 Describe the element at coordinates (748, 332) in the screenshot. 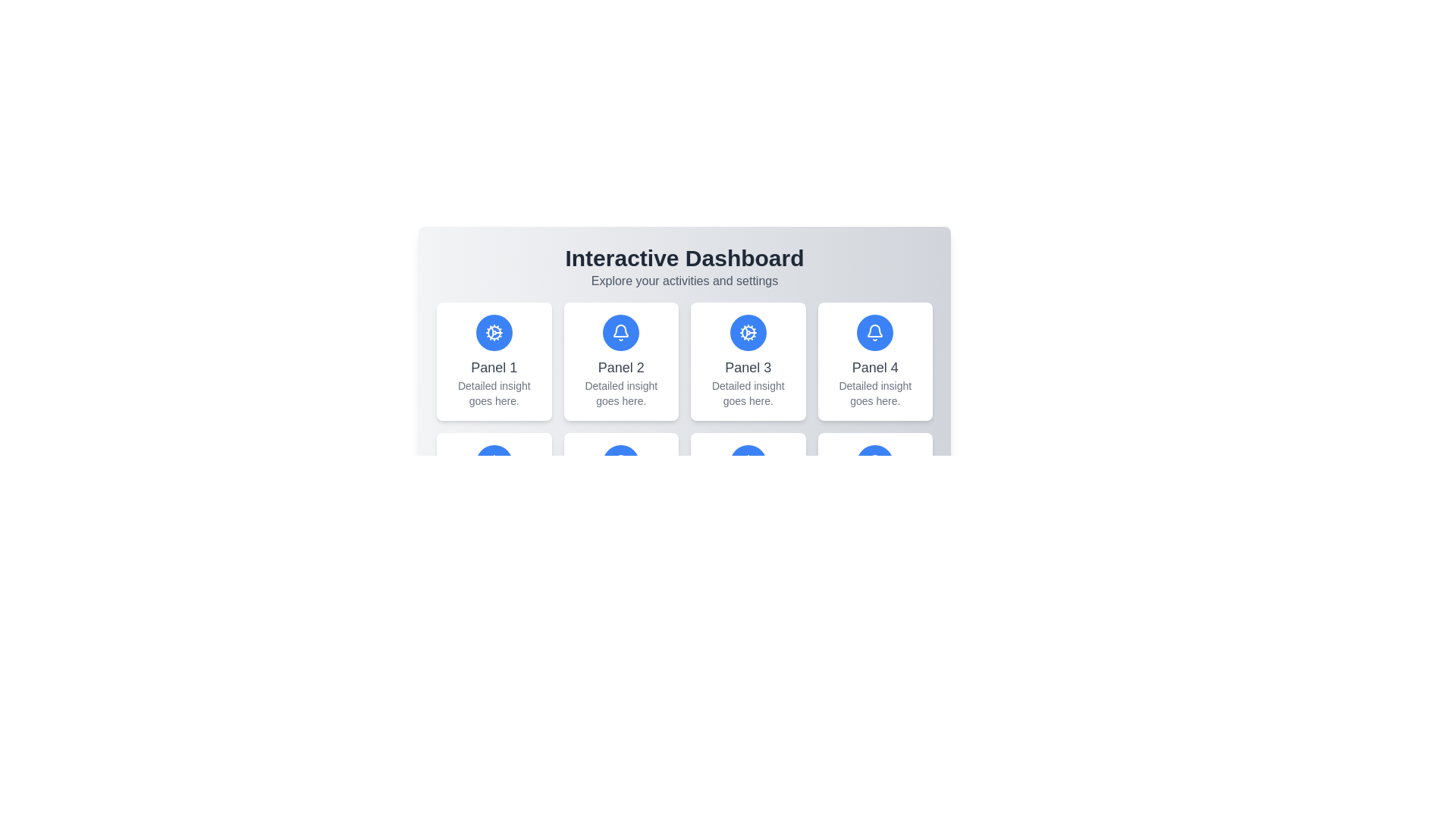

I see `the settings icon located in the top-left panel of a 2-row, 4-column grid layout, which is the first element in its row and column` at that location.